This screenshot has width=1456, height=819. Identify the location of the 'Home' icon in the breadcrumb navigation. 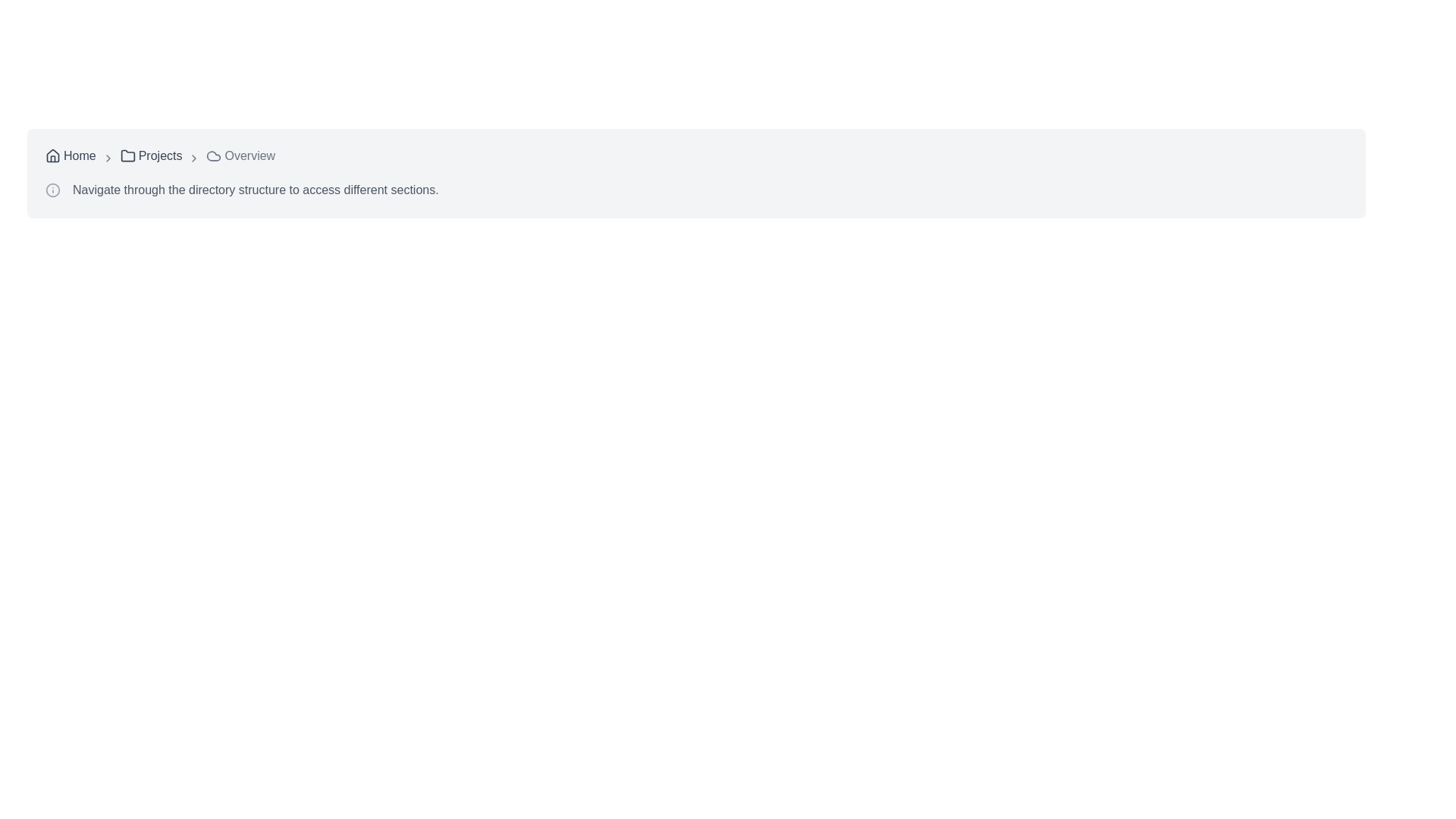
(53, 155).